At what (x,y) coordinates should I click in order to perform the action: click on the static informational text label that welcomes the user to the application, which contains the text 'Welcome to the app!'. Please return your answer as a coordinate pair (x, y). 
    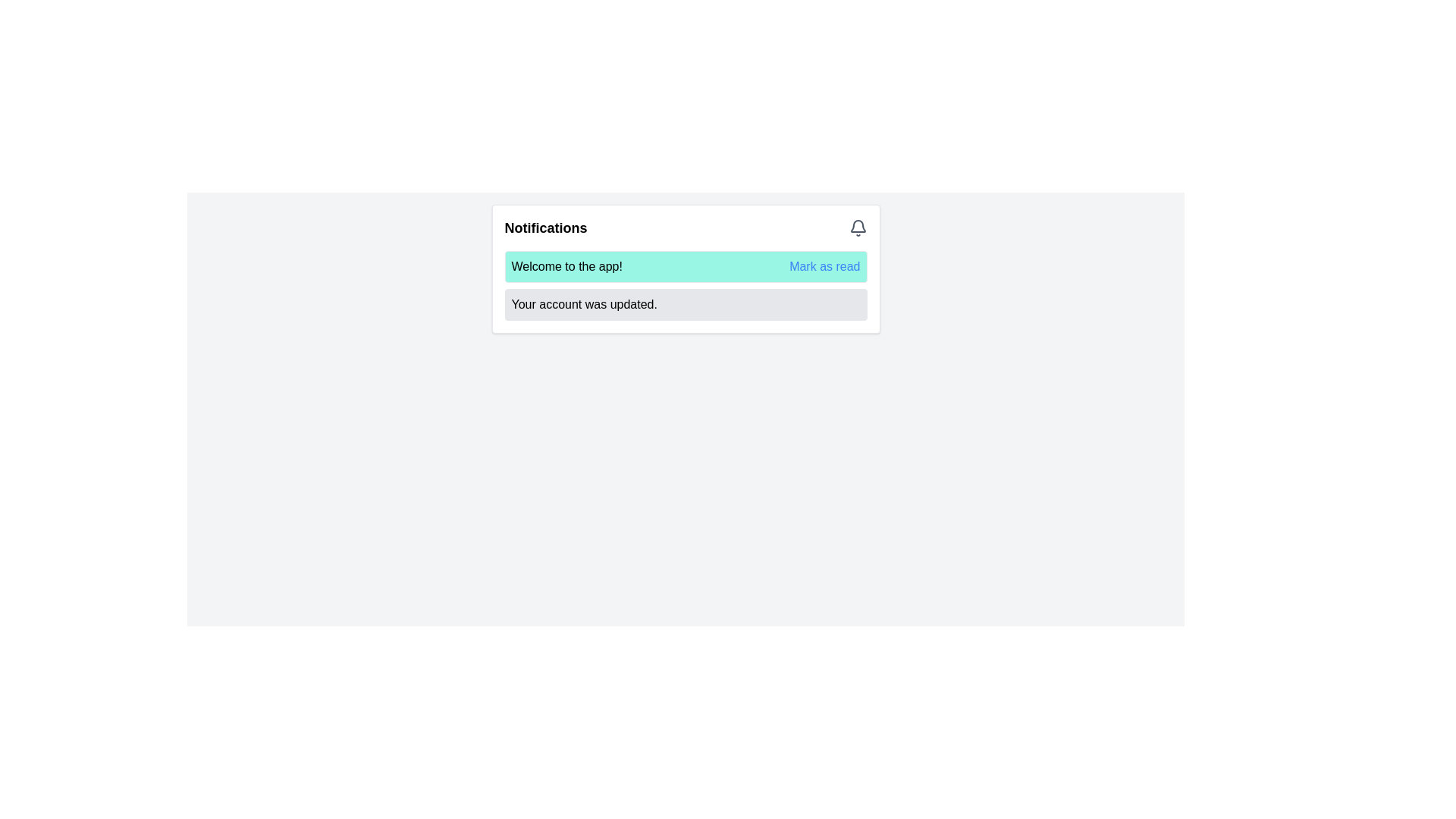
    Looking at the image, I should click on (566, 265).